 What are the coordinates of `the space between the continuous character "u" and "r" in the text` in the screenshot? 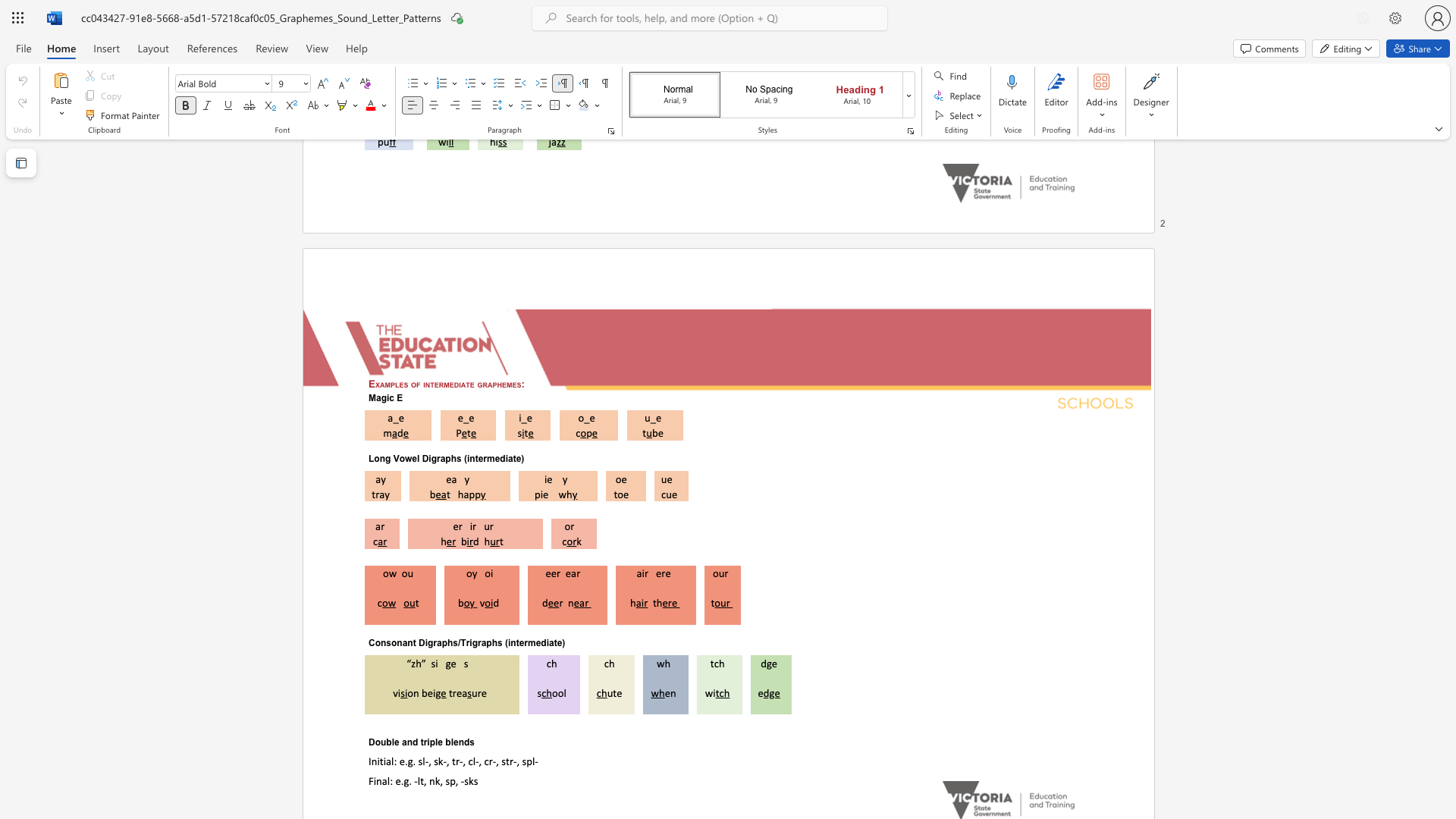 It's located at (489, 526).